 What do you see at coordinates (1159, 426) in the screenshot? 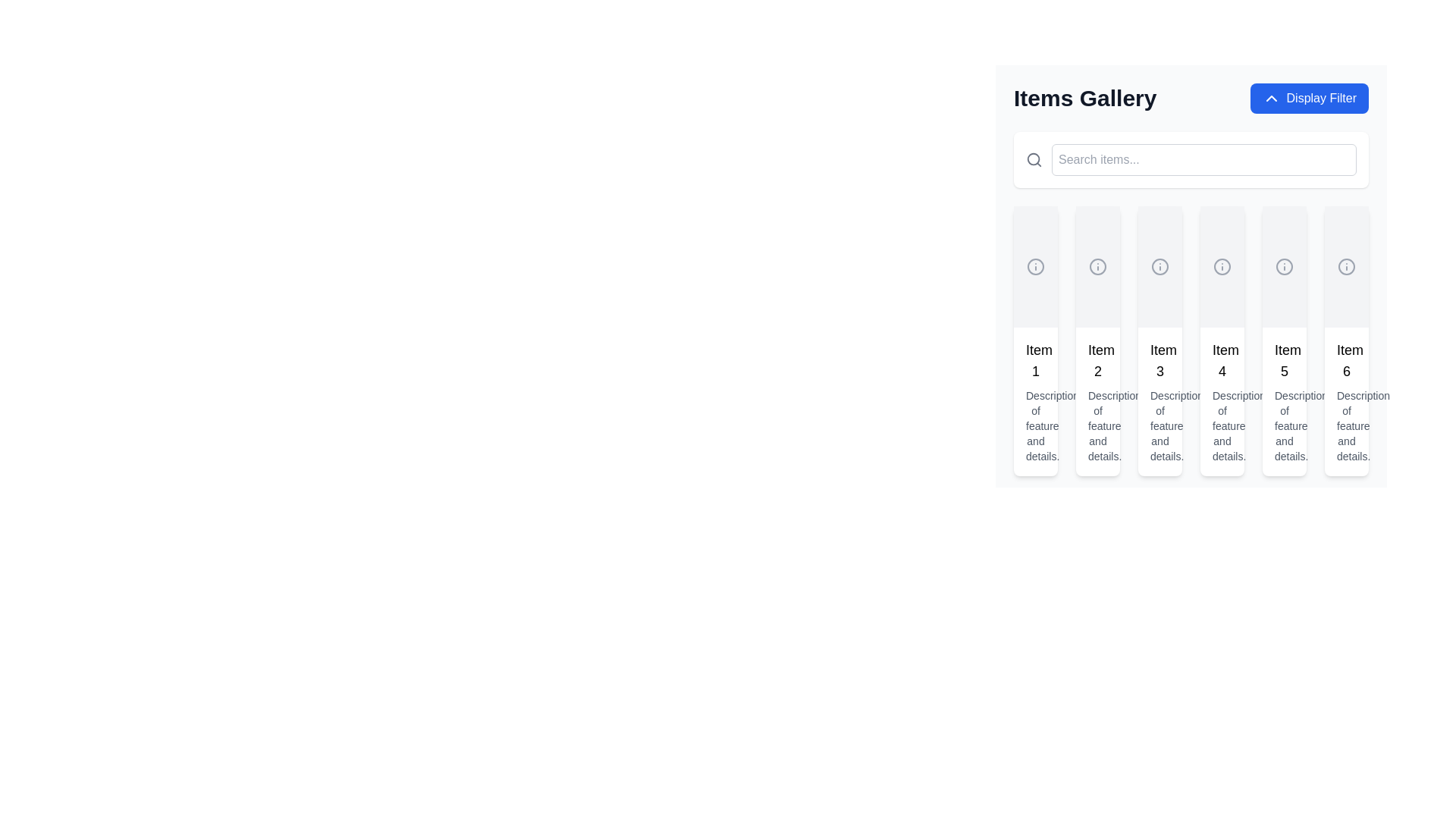
I see `text block displaying 'Description of feature and details.' which is styled with a small font size and gray color, positioned below 'Item 3'` at bounding box center [1159, 426].